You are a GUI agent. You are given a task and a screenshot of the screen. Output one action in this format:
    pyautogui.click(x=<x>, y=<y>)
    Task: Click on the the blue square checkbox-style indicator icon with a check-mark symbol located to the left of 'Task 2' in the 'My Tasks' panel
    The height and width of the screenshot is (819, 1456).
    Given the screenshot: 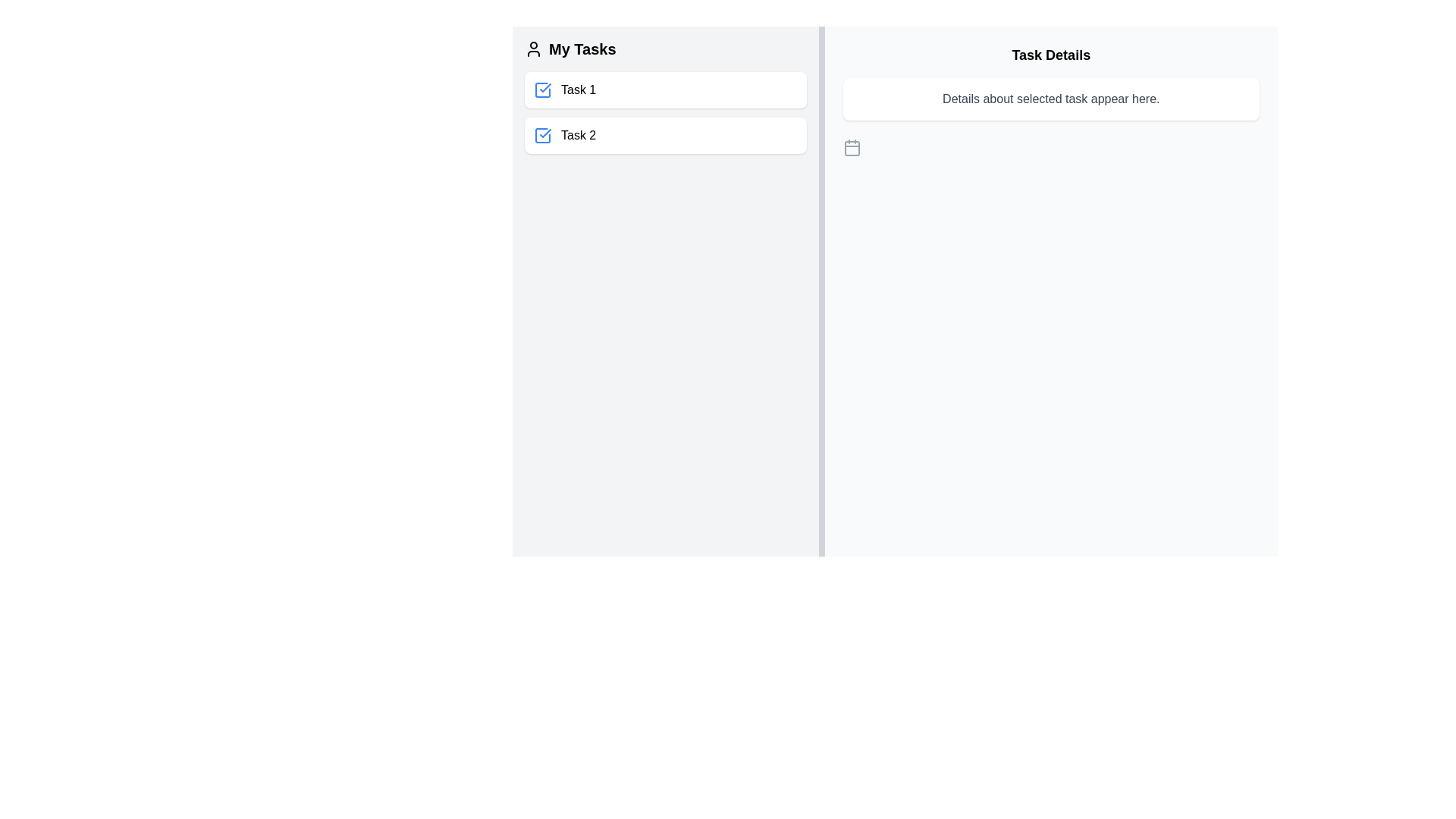 What is the action you would take?
    pyautogui.click(x=542, y=134)
    